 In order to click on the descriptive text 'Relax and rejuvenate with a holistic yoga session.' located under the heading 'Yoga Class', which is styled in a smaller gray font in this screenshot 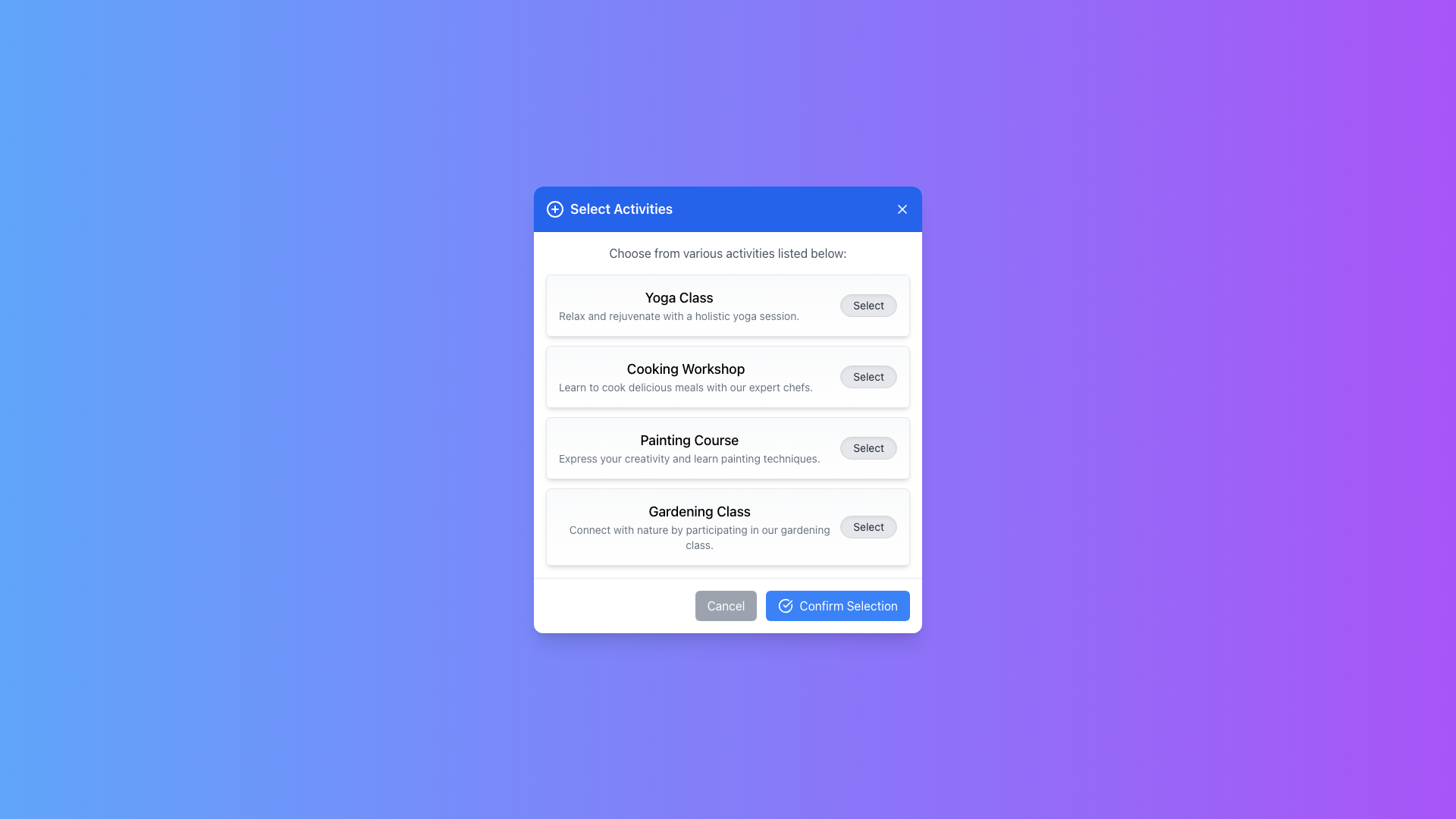, I will do `click(678, 315)`.